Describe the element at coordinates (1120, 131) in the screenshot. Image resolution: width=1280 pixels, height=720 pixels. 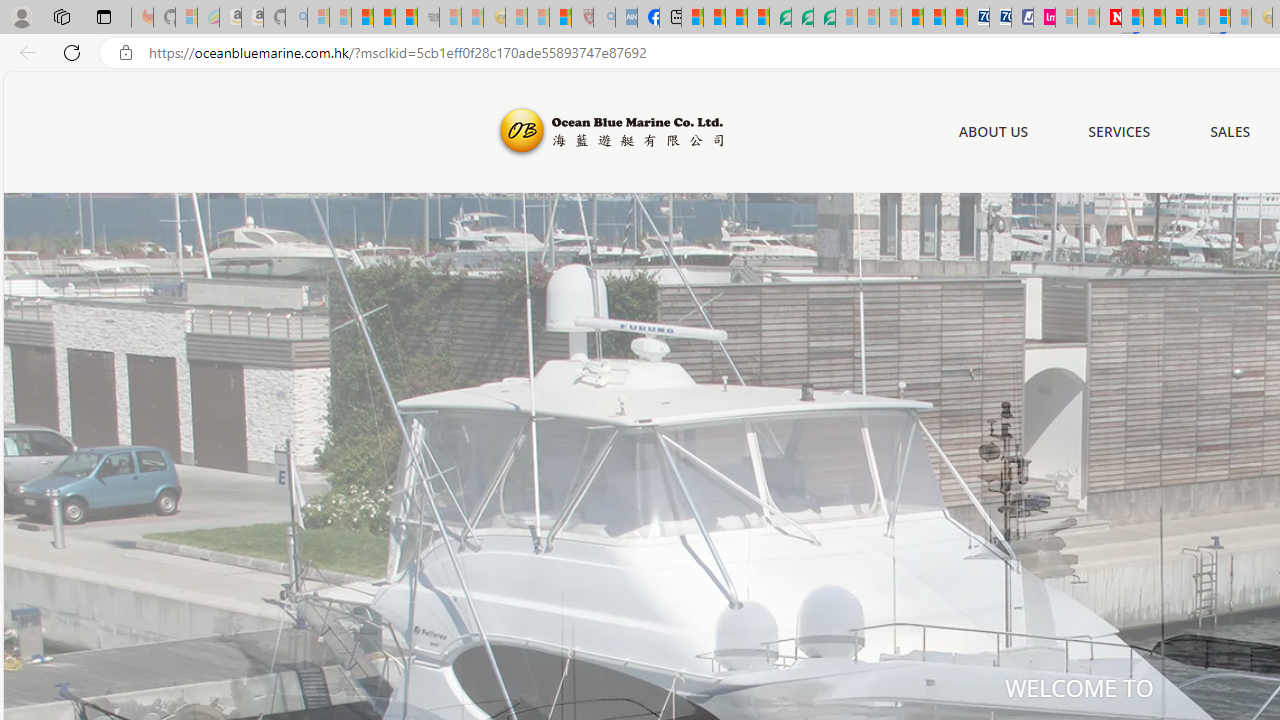
I see `'SERVICES'` at that location.